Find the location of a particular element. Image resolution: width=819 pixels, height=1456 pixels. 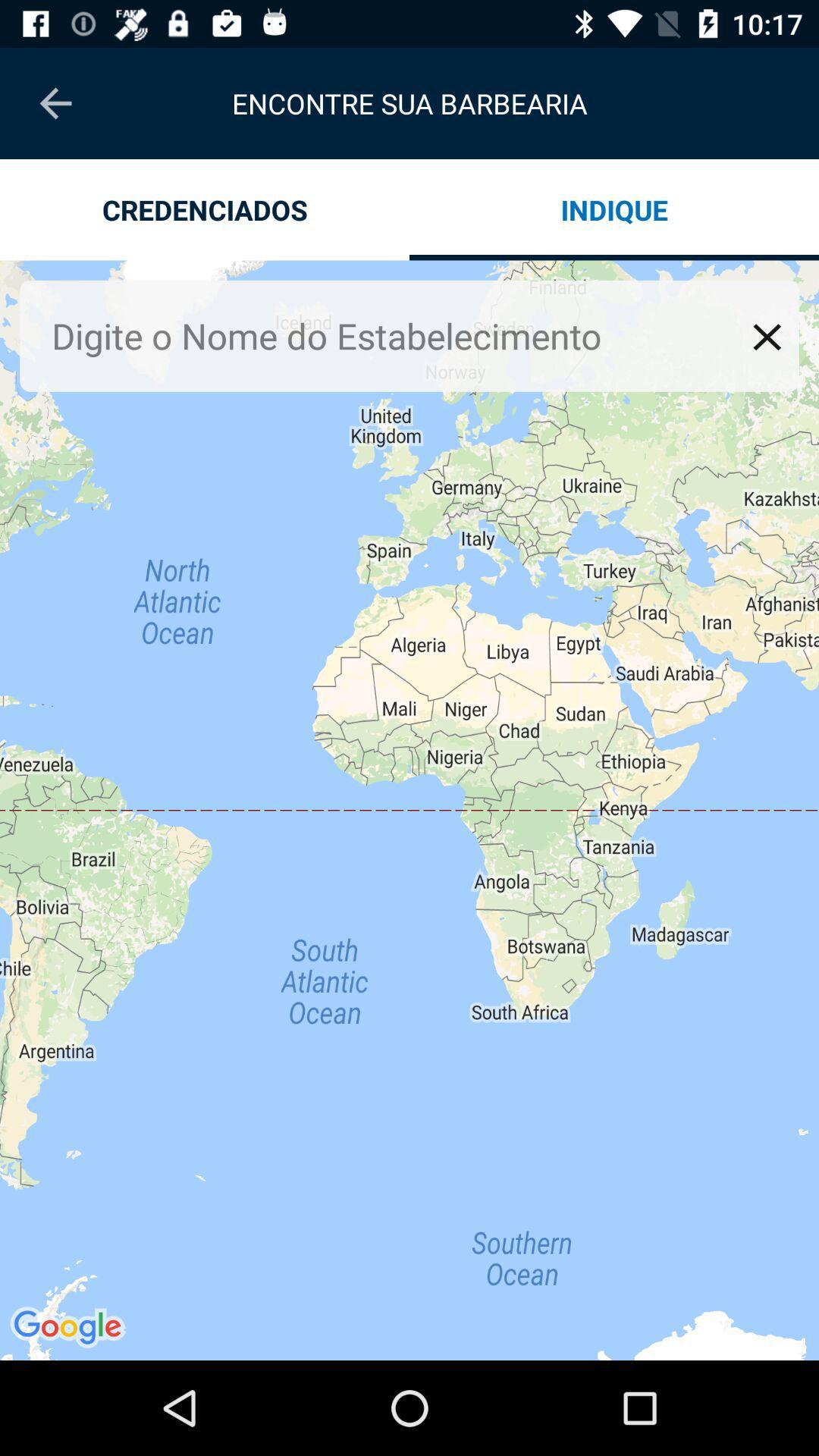

the credenciados app is located at coordinates (205, 209).